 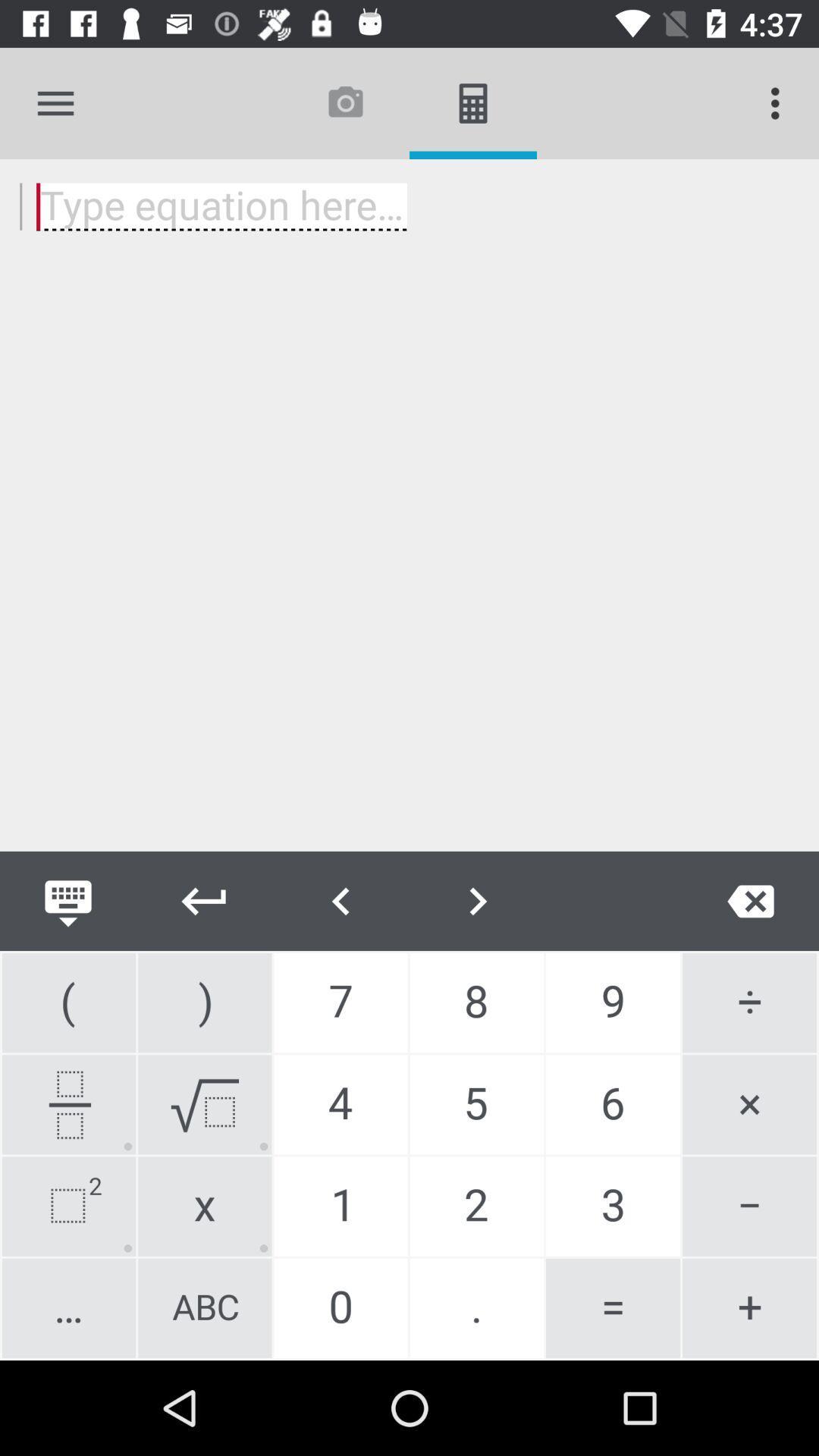 What do you see at coordinates (55, 102) in the screenshot?
I see `open settings` at bounding box center [55, 102].